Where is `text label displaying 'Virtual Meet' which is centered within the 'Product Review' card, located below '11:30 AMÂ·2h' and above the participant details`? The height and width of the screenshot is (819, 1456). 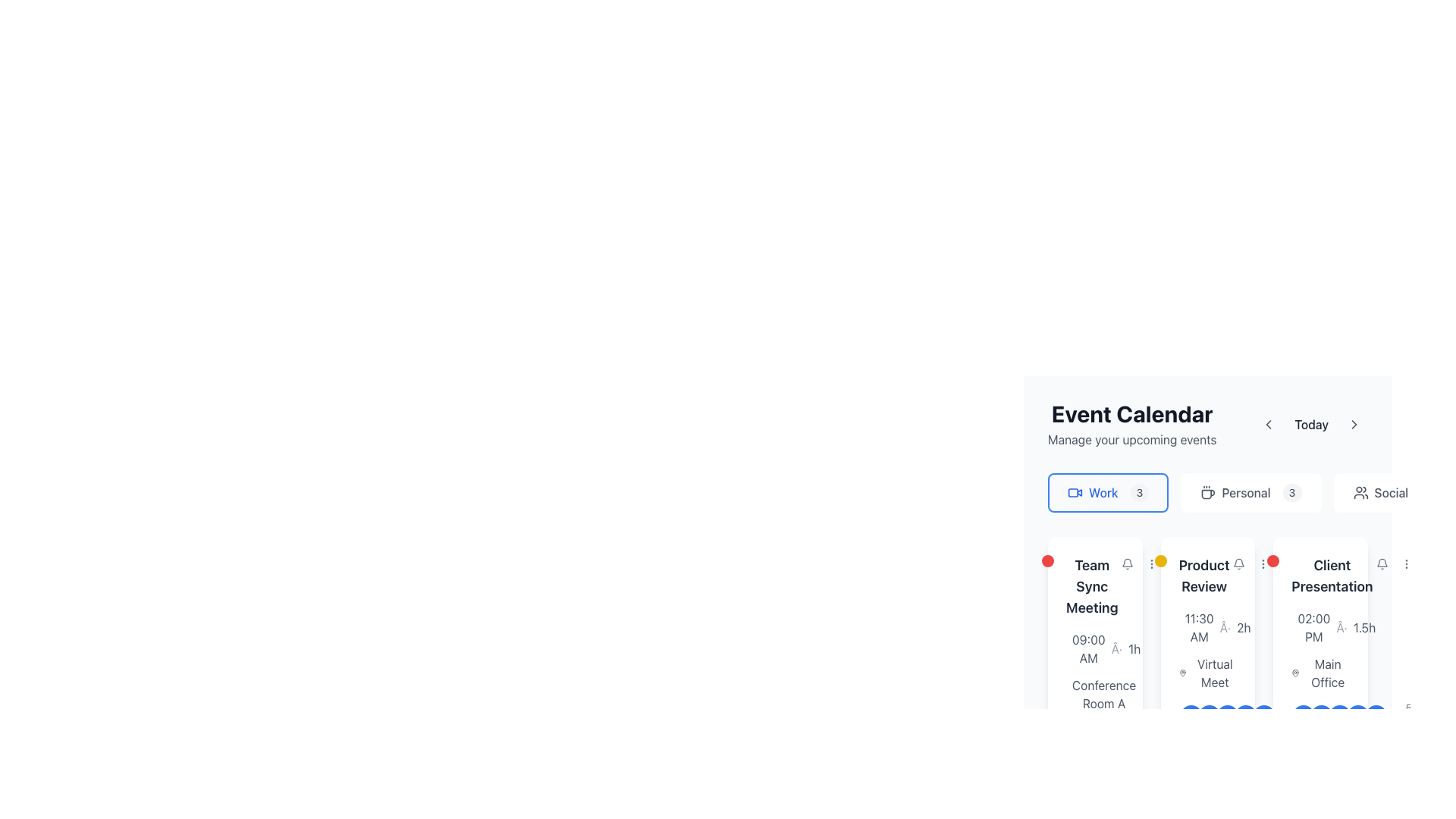
text label displaying 'Virtual Meet' which is centered within the 'Product Review' card, located below '11:30 AMÂ·2h' and above the participant details is located at coordinates (1207, 681).